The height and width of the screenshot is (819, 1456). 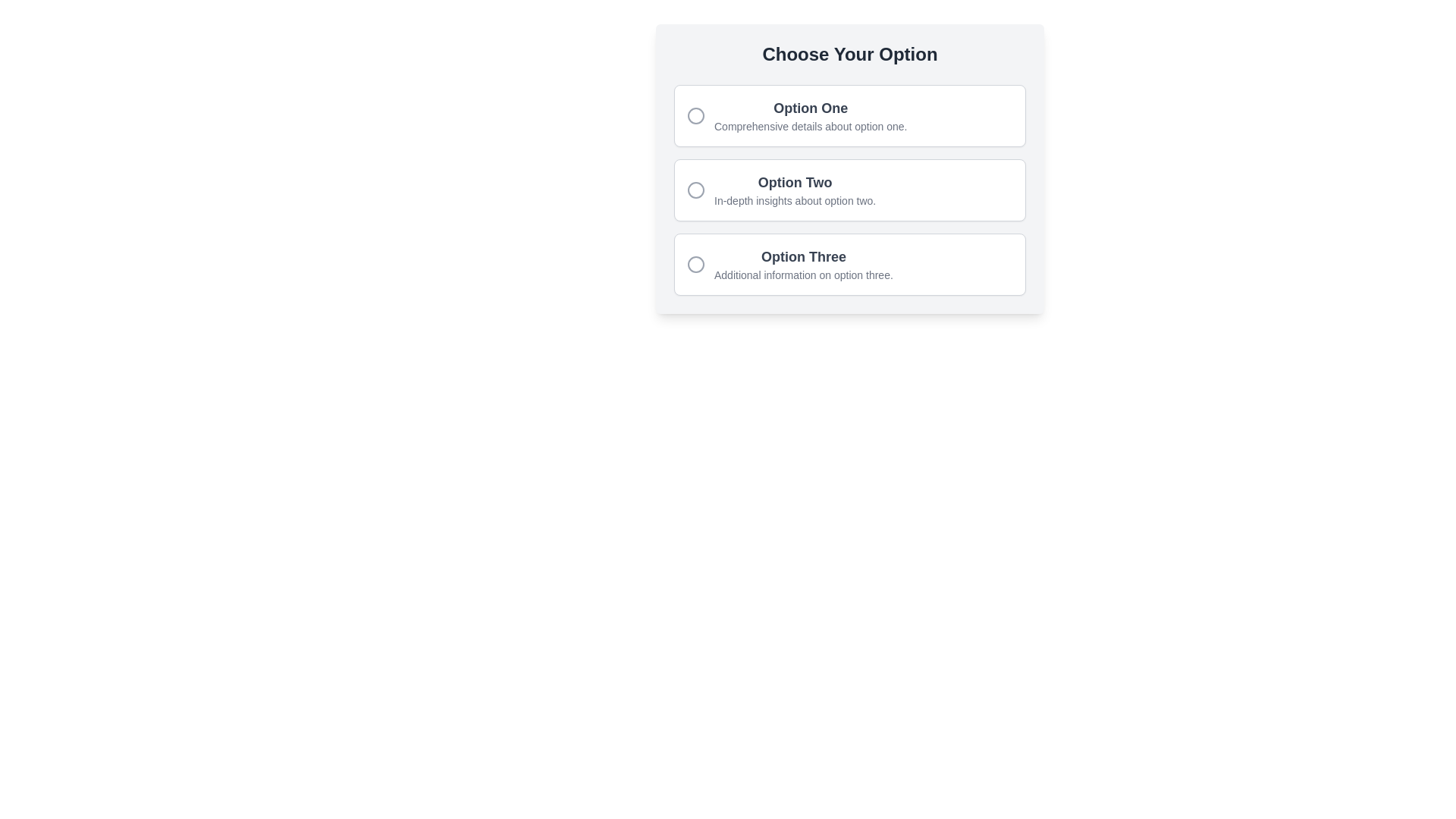 I want to click on the text label that displays 'Option Three' in bold font, which is located in the third option card above the descriptive text 'Additional information on option three.', so click(x=802, y=256).